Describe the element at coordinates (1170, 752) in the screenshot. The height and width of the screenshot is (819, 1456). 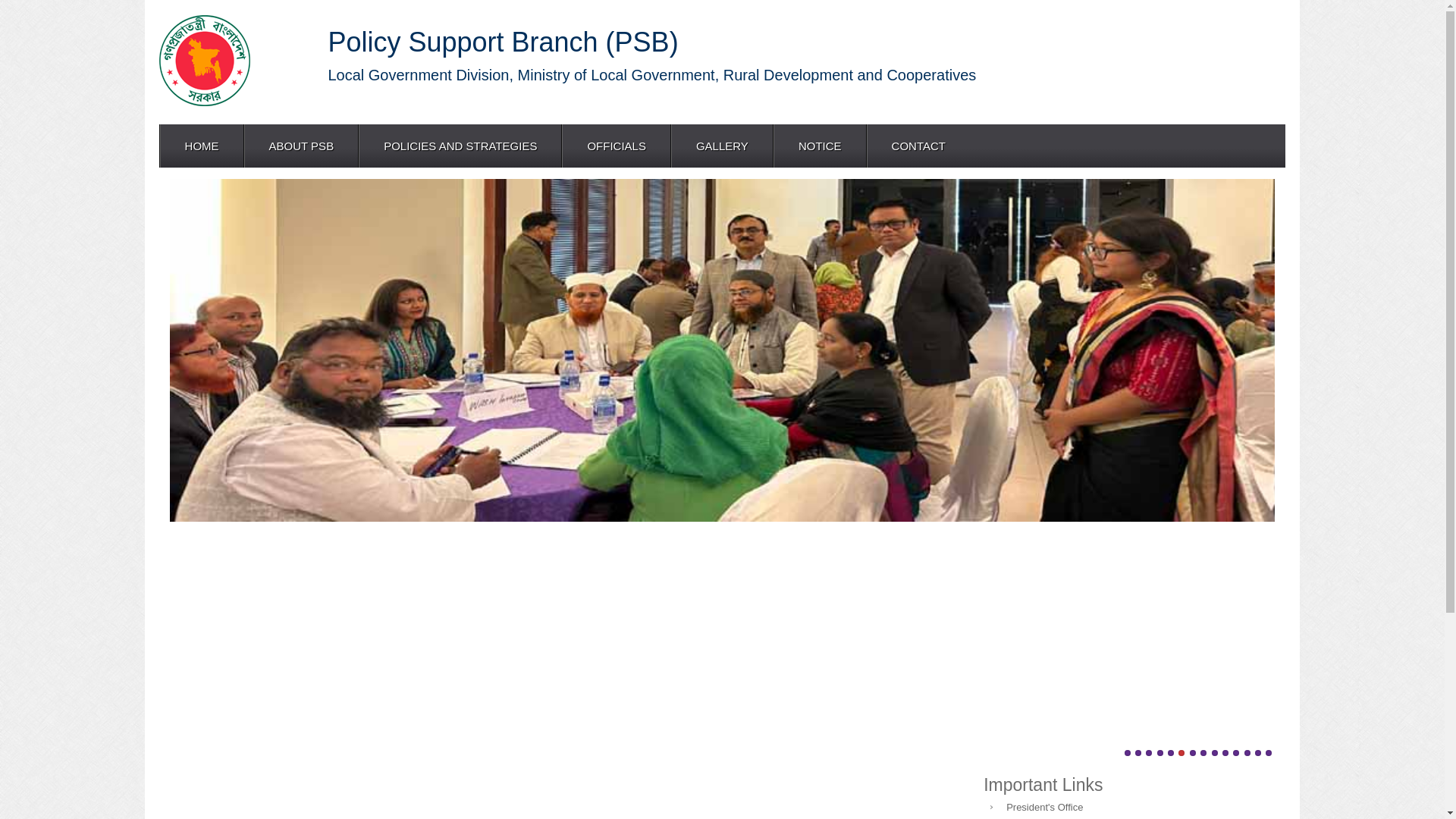
I see `'5'` at that location.